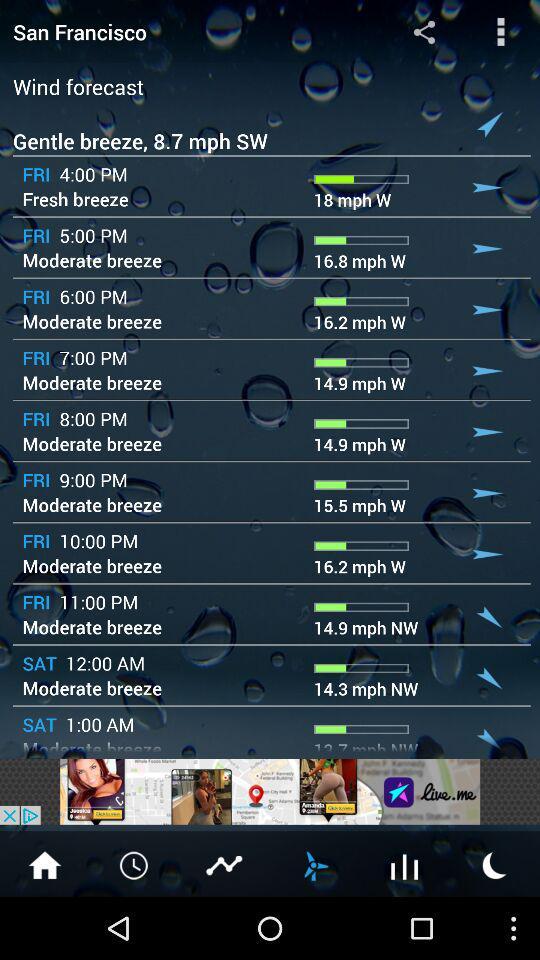 This screenshot has height=960, width=540. Describe the element at coordinates (494, 863) in the screenshot. I see `sunrise/sunset times` at that location.